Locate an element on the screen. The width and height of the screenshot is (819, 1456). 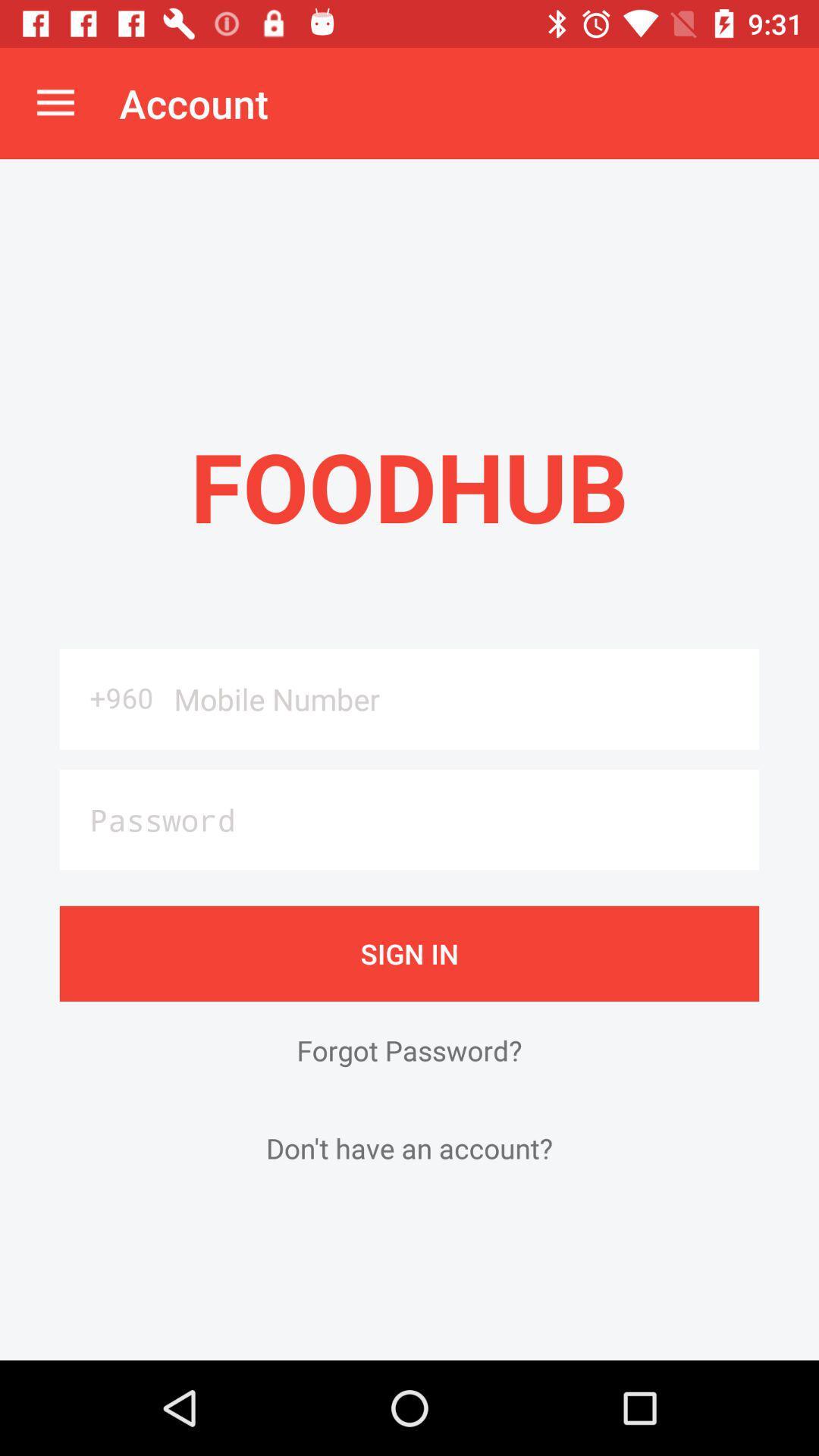
icon above +960 item is located at coordinates (55, 102).